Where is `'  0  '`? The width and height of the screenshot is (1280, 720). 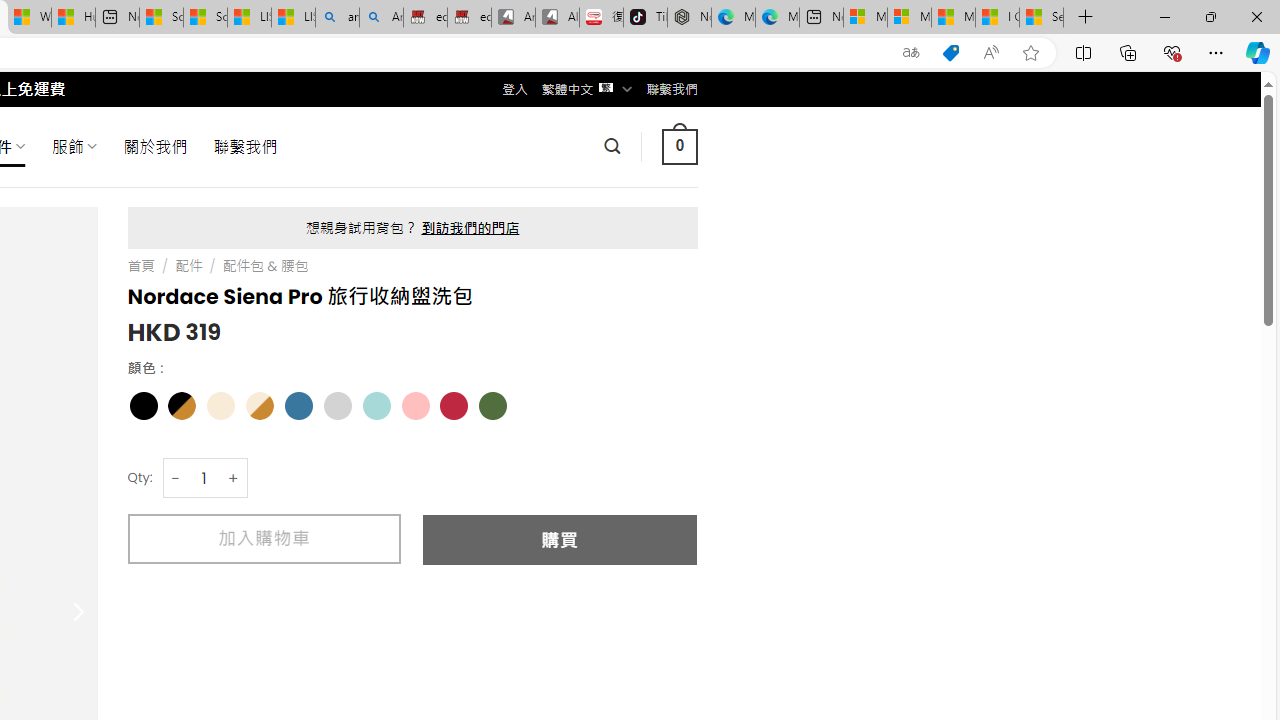
'  0  ' is located at coordinates (679, 145).